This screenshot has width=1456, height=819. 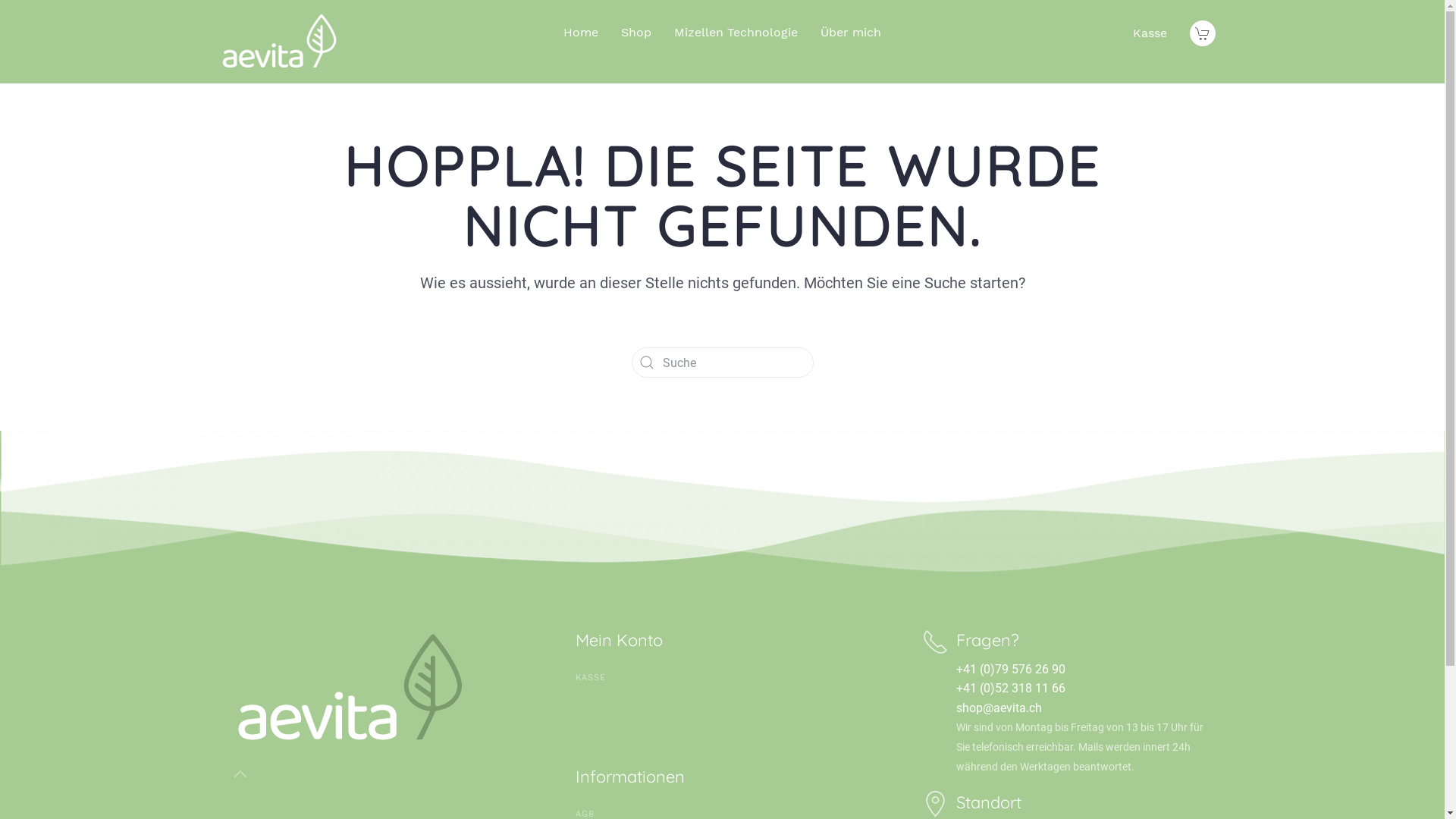 I want to click on 'Kasse', so click(x=1149, y=33).